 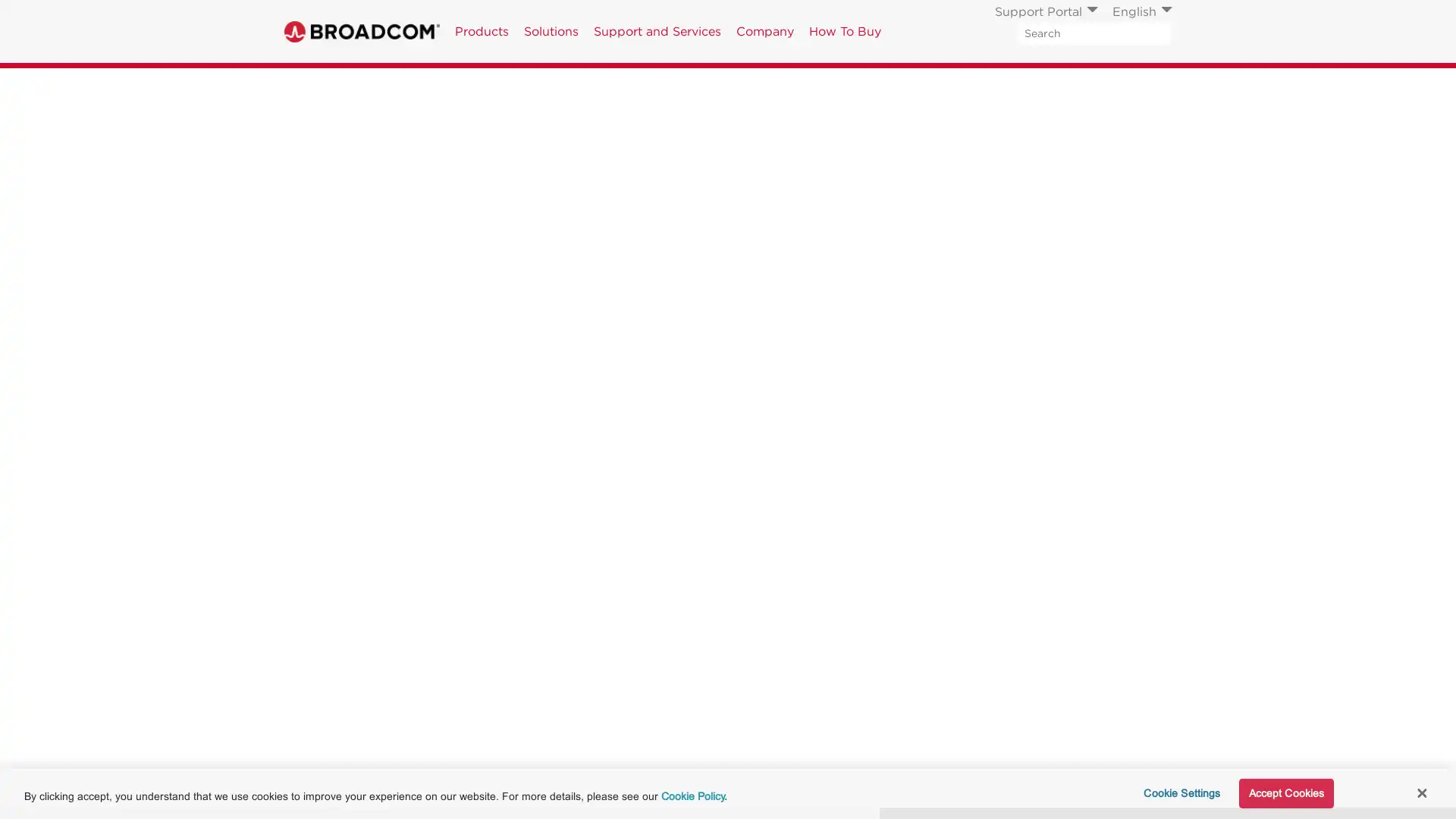 What do you see at coordinates (1285, 792) in the screenshot?
I see `Accept Cookies` at bounding box center [1285, 792].